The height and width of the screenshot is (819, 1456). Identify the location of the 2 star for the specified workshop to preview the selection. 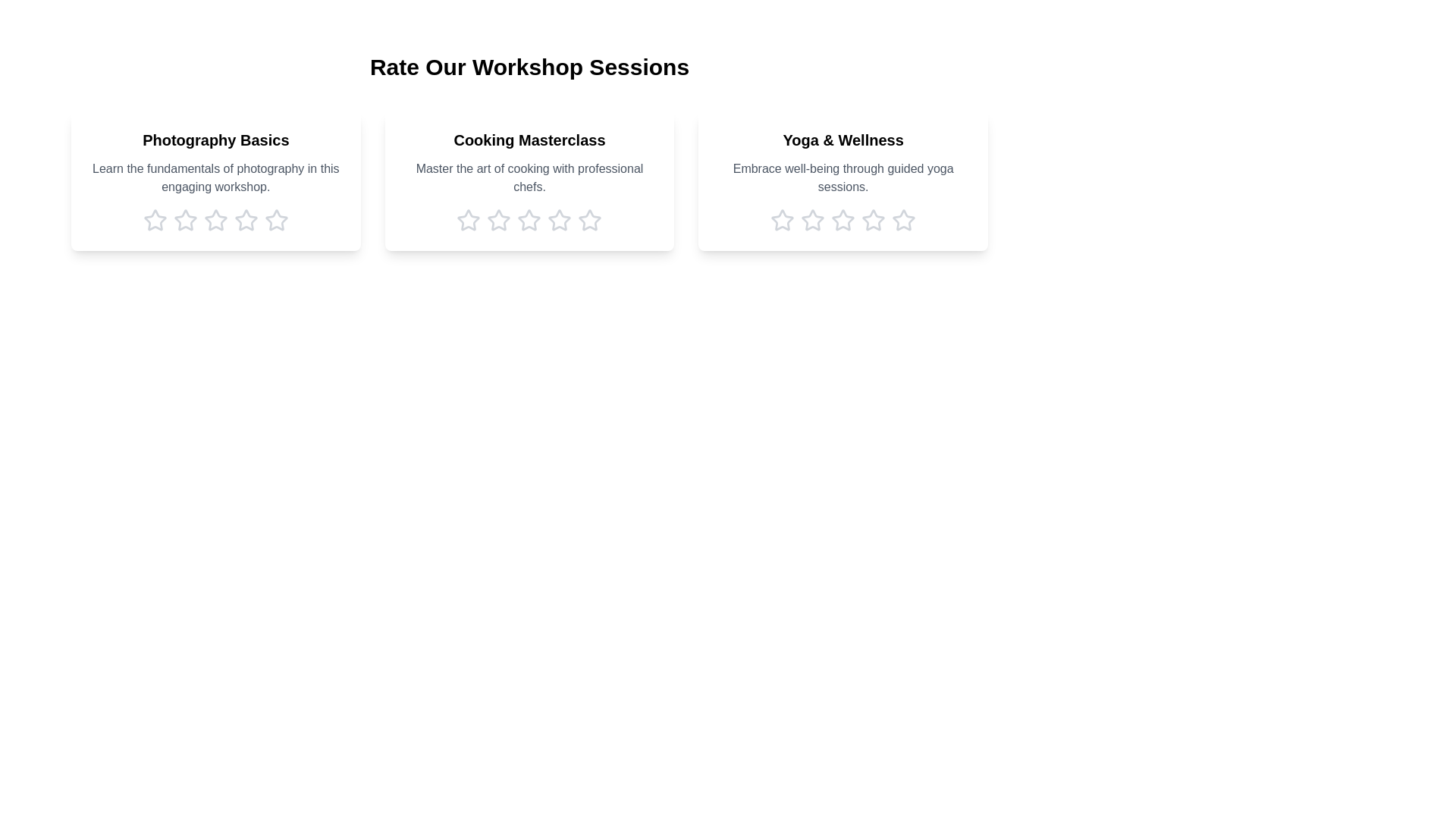
(184, 220).